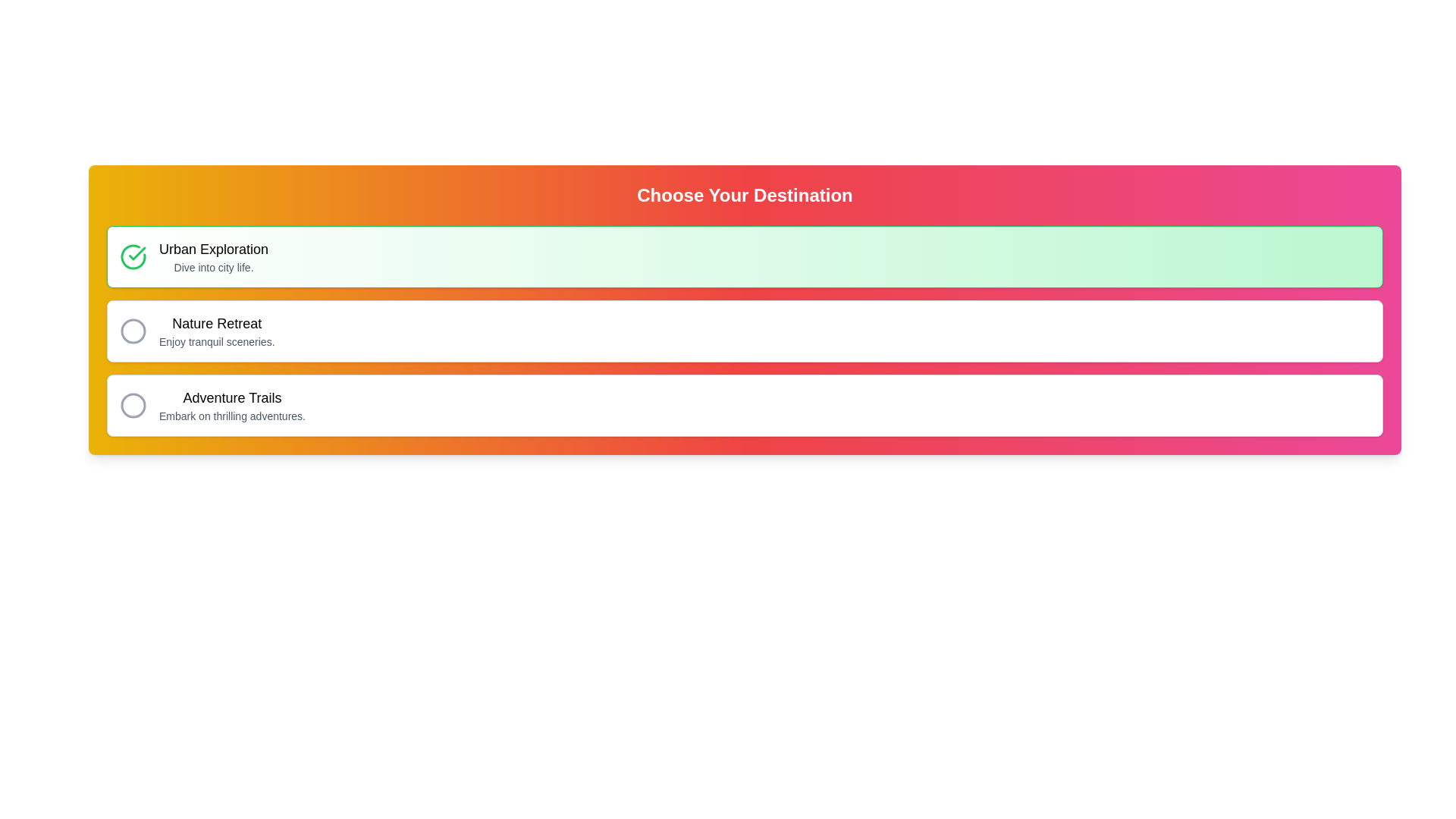 The height and width of the screenshot is (819, 1456). I want to click on the 'Adventure Trails' text label, so click(231, 405).